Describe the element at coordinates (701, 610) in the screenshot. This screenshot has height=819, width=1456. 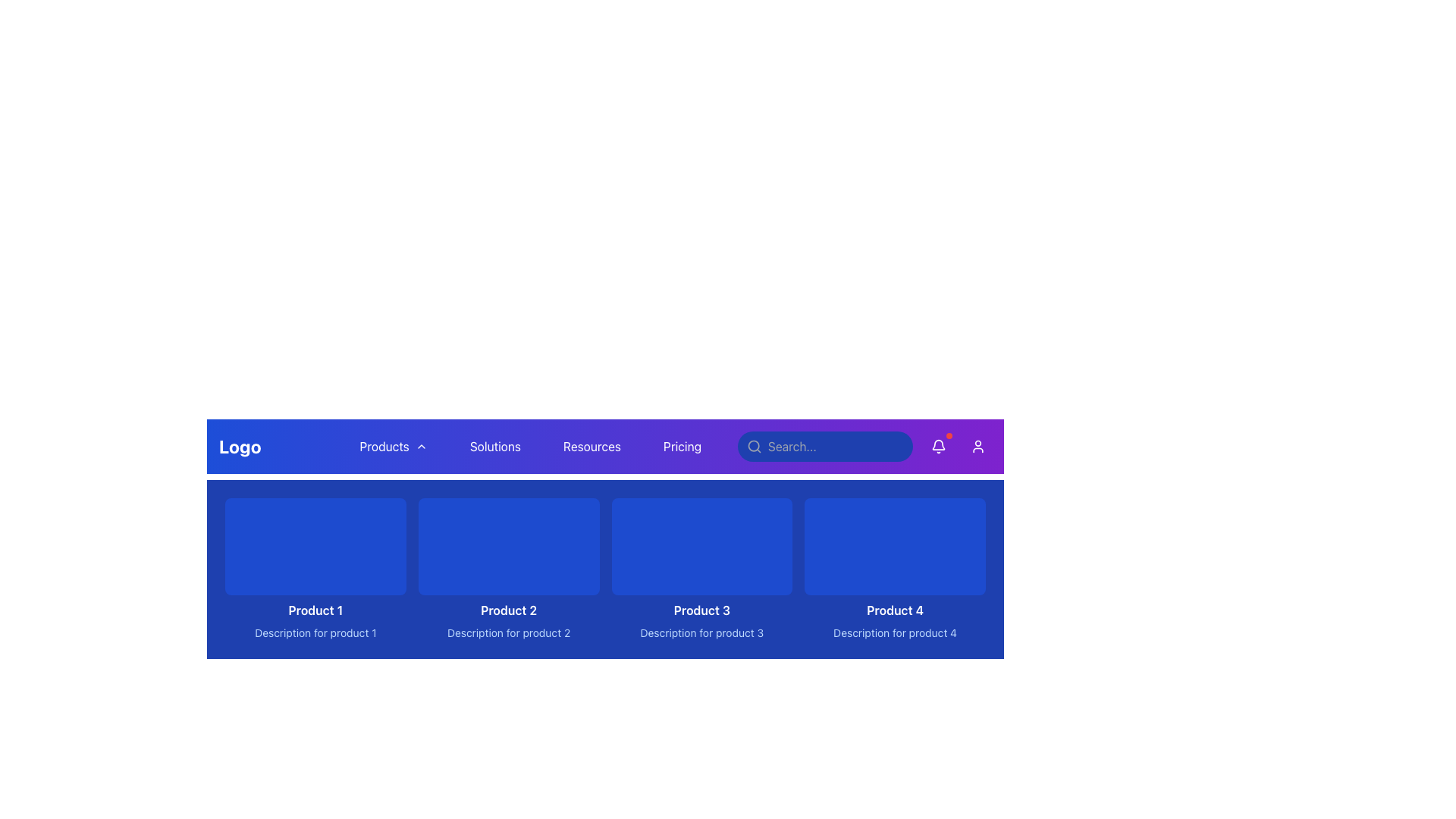
I see `the product name label located within the card layout, which is positioned third in a horizontal sequence of four cards, directly beneath an empty rectangle and above the description text` at that location.